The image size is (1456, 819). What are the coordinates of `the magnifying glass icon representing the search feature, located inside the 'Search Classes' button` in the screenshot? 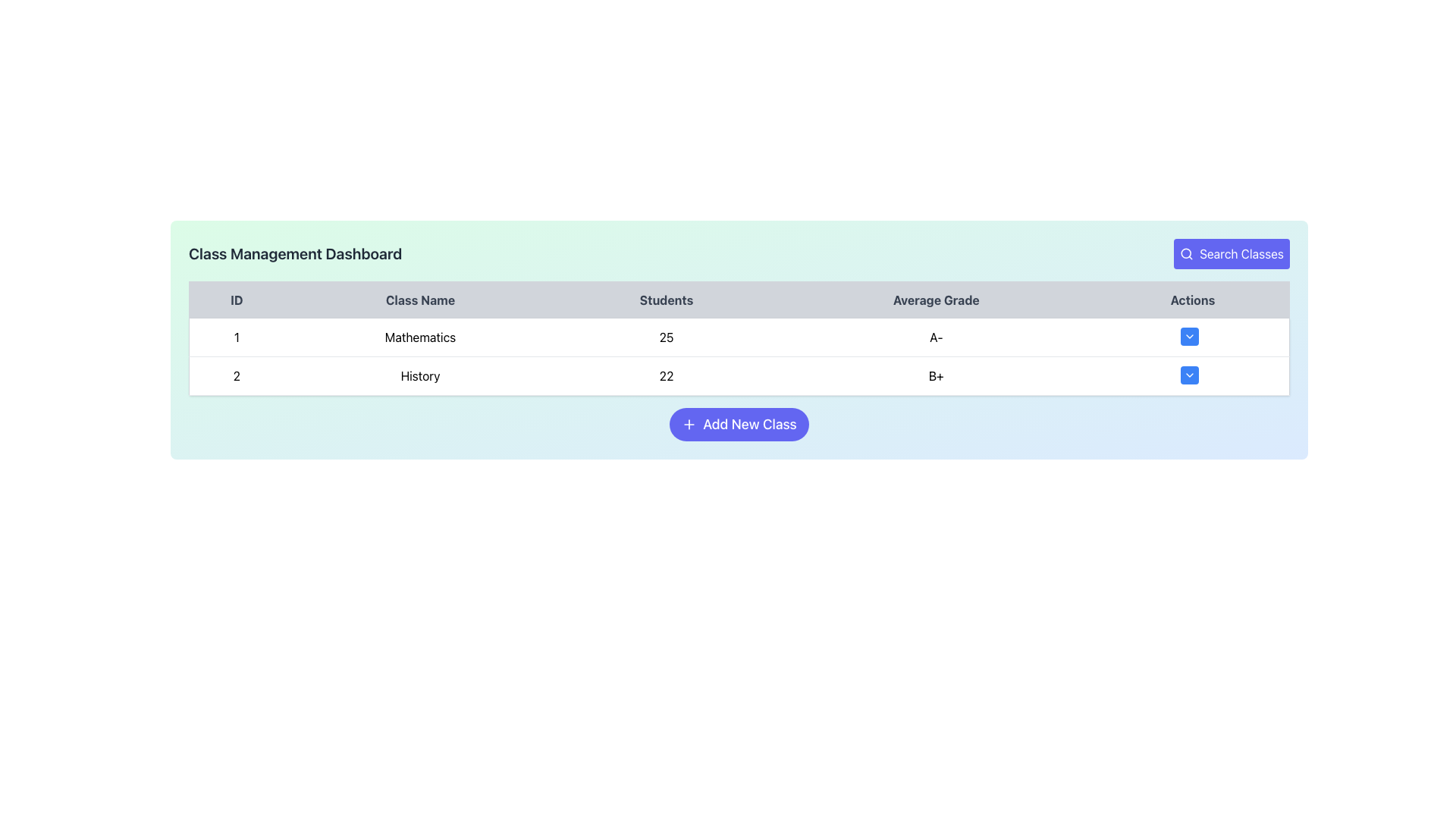 It's located at (1185, 253).